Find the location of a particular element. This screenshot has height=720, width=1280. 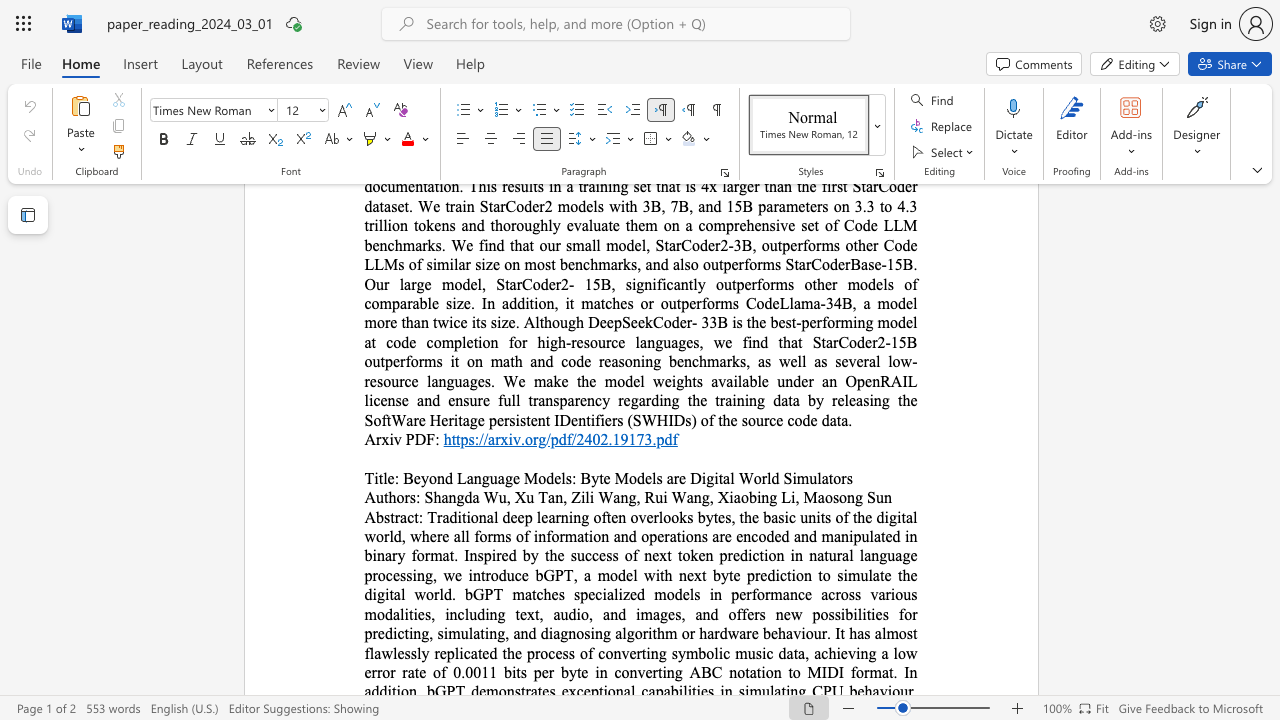

the subset text "g," within the text "Zili Wang," is located at coordinates (627, 496).